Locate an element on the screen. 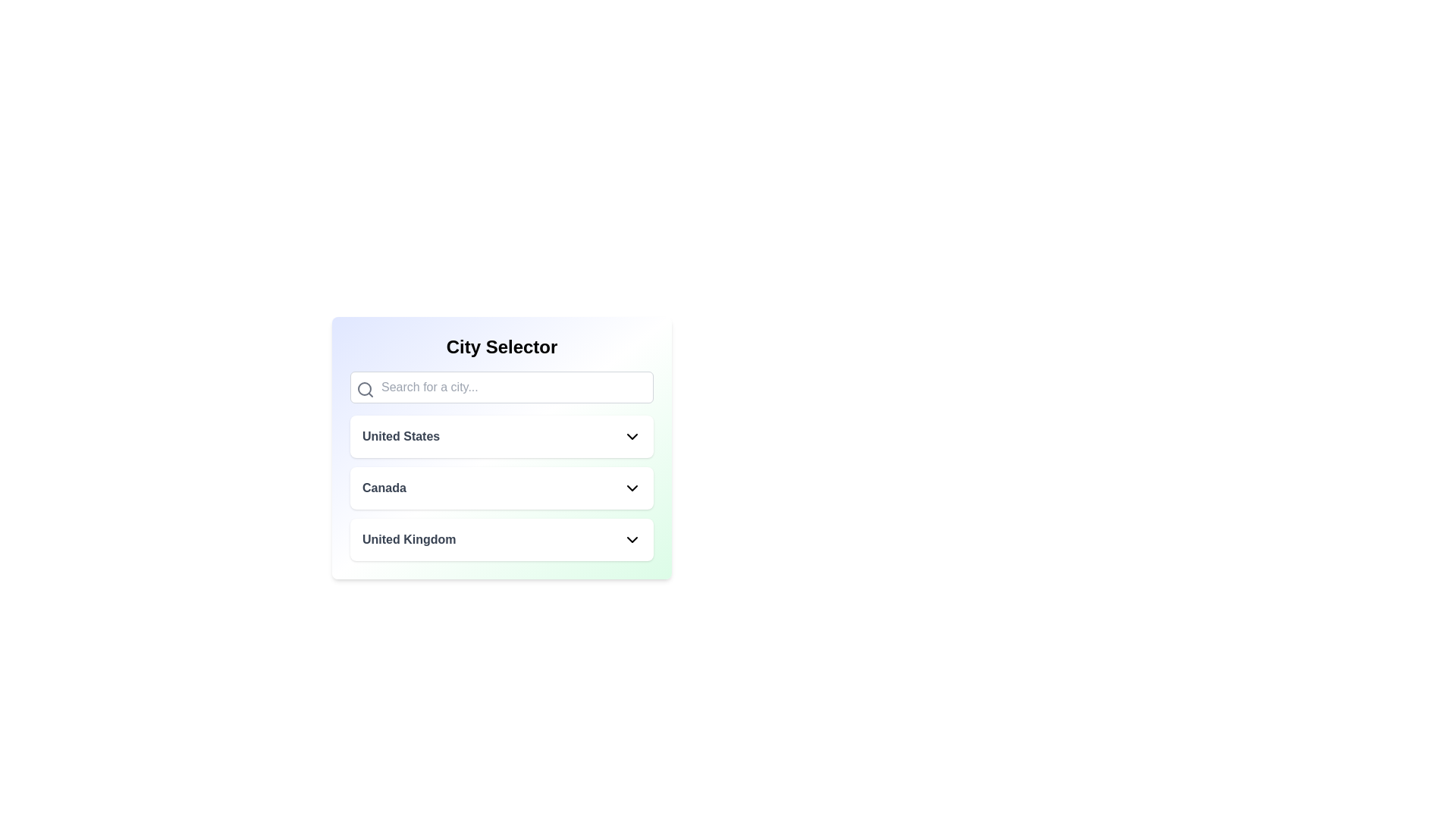 The width and height of the screenshot is (1456, 819). the 'United States' country option in the list component is located at coordinates (502, 447).